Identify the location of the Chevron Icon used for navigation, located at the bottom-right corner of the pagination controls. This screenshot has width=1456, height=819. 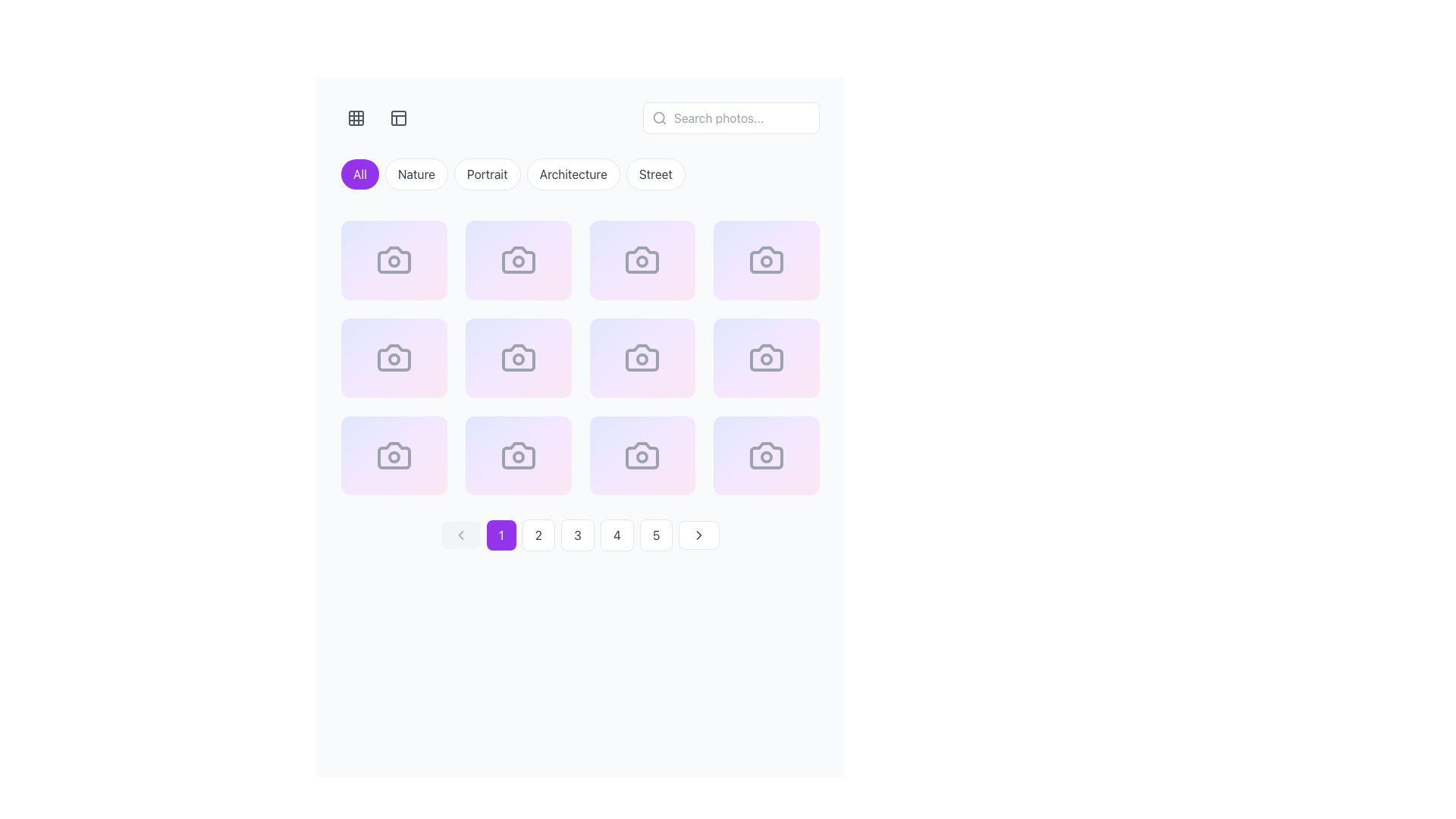
(698, 535).